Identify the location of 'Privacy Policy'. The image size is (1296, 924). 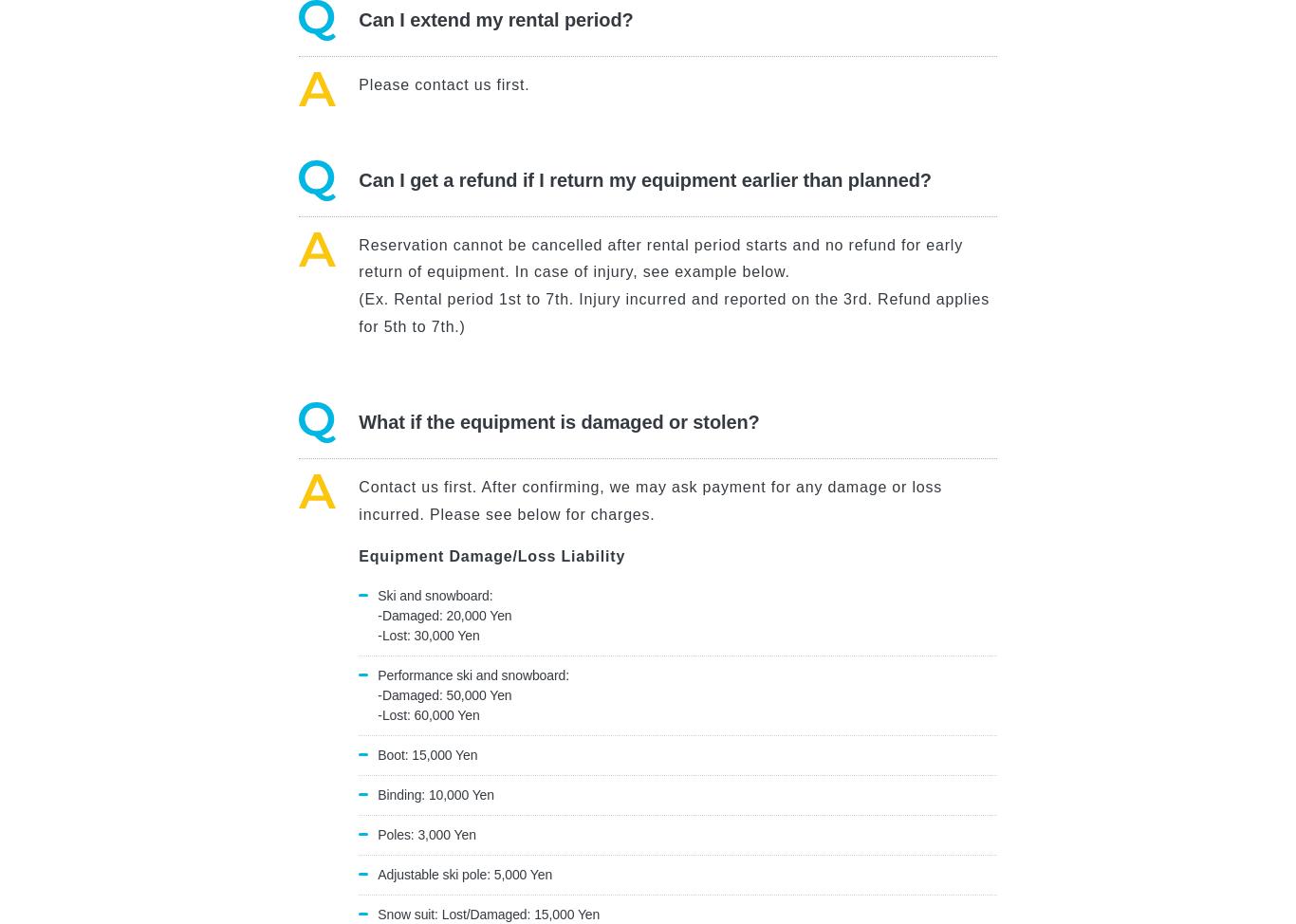
(972, 140).